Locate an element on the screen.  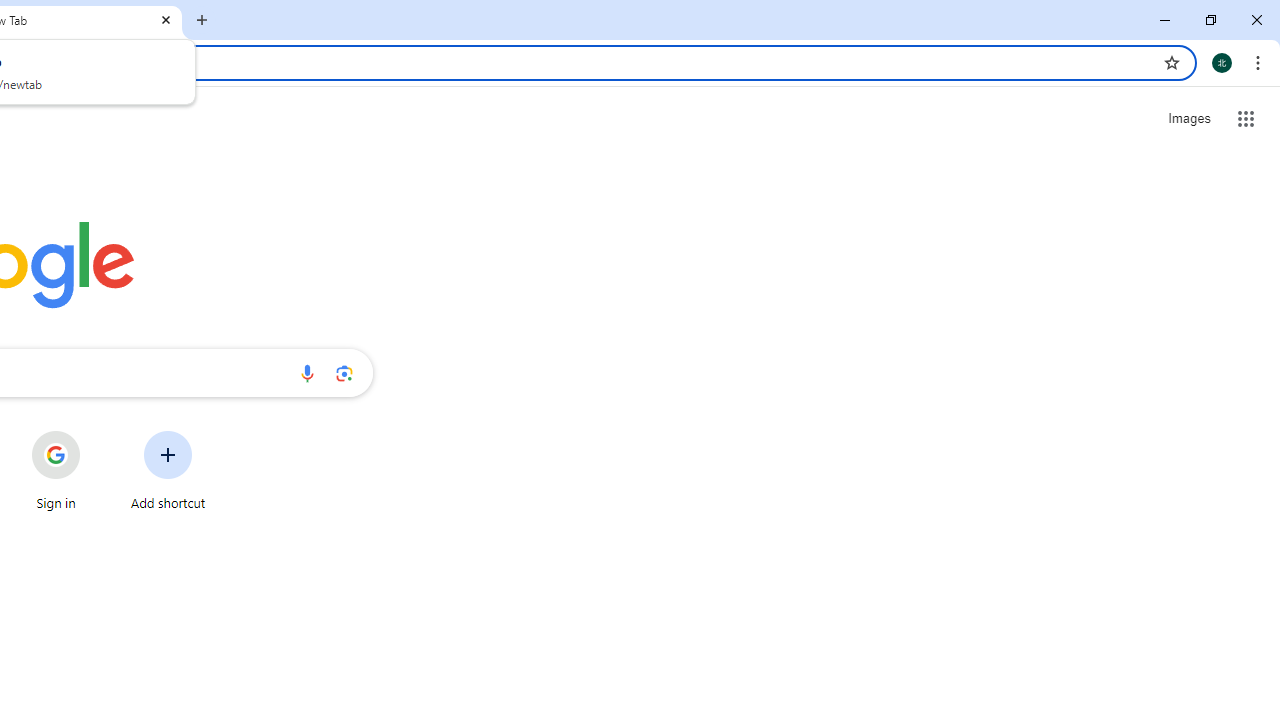
'More actions for Sign in shortcut' is located at coordinates (95, 432).